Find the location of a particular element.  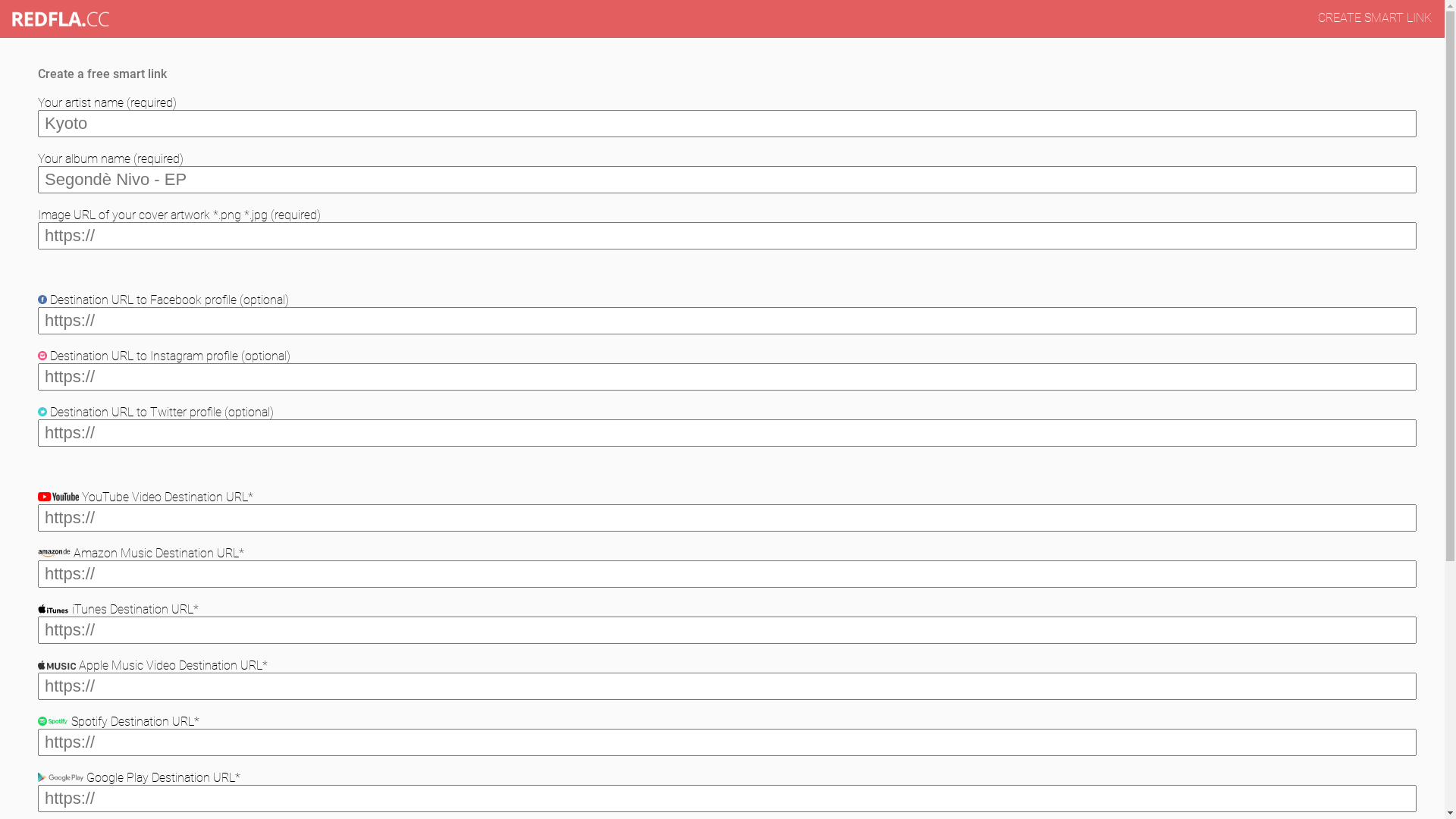

'CREATE SMART LINK' is located at coordinates (1375, 17).